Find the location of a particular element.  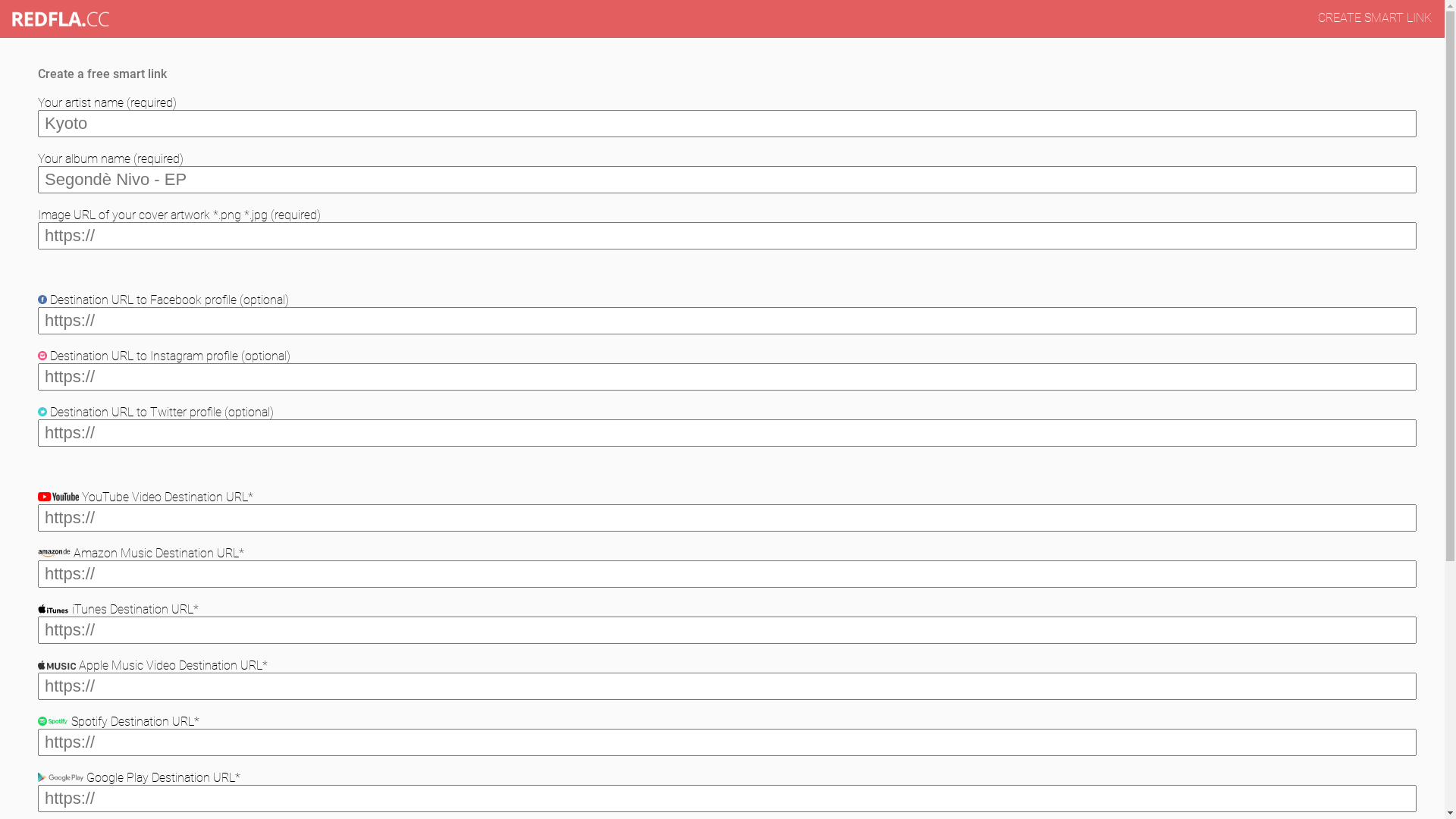

'CREATE SMART LINK' is located at coordinates (1375, 17).